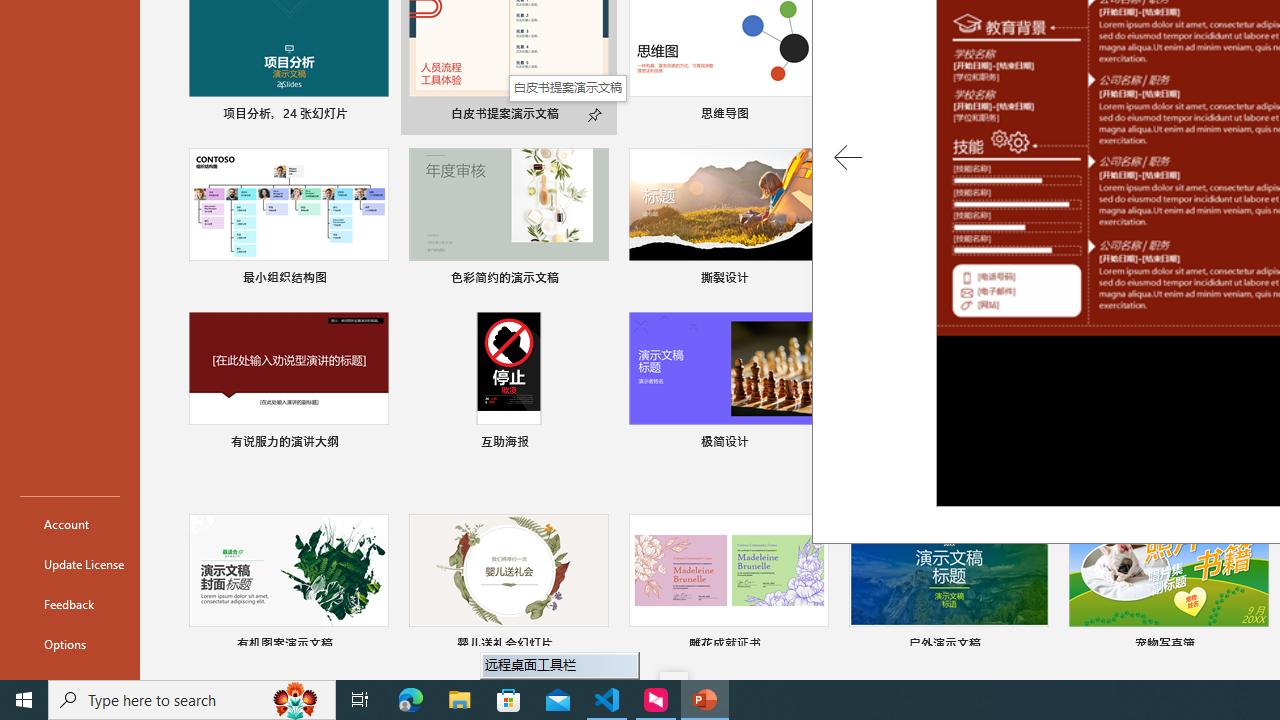  I want to click on 'Pin to list', so click(1254, 645).